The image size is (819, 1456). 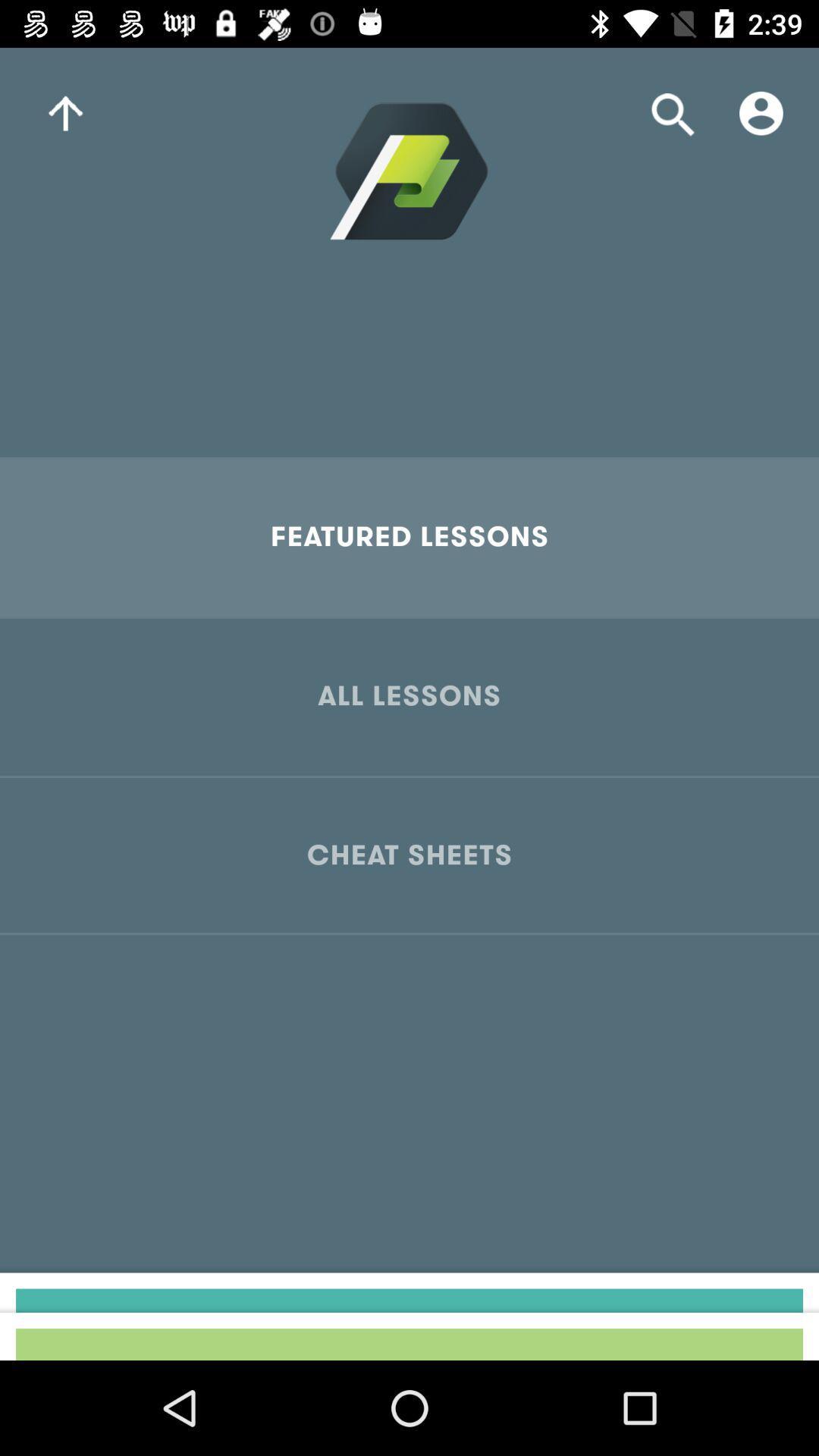 I want to click on the arrow_upward icon, so click(x=64, y=112).